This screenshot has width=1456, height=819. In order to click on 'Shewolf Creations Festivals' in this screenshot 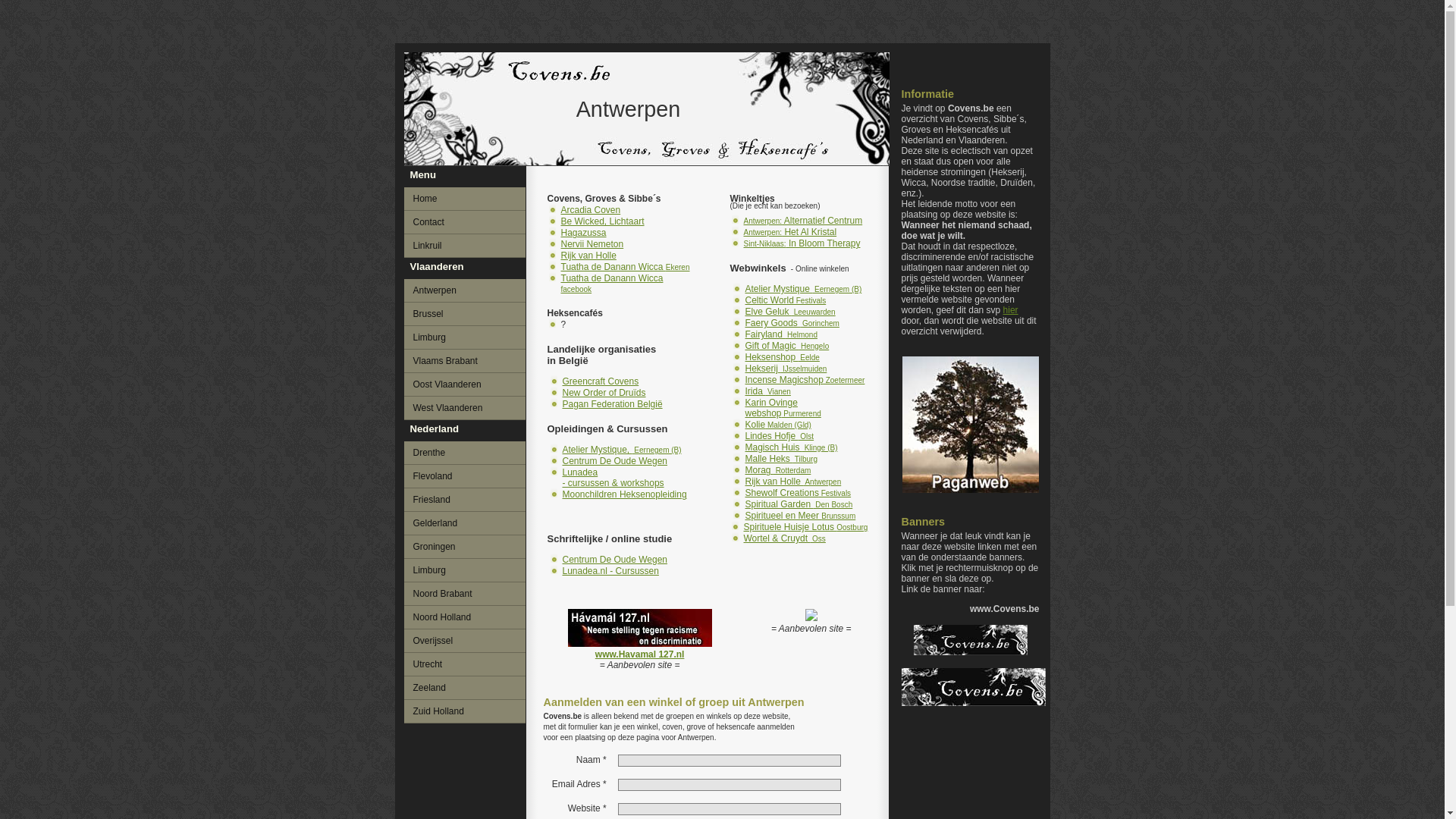, I will do `click(796, 493)`.